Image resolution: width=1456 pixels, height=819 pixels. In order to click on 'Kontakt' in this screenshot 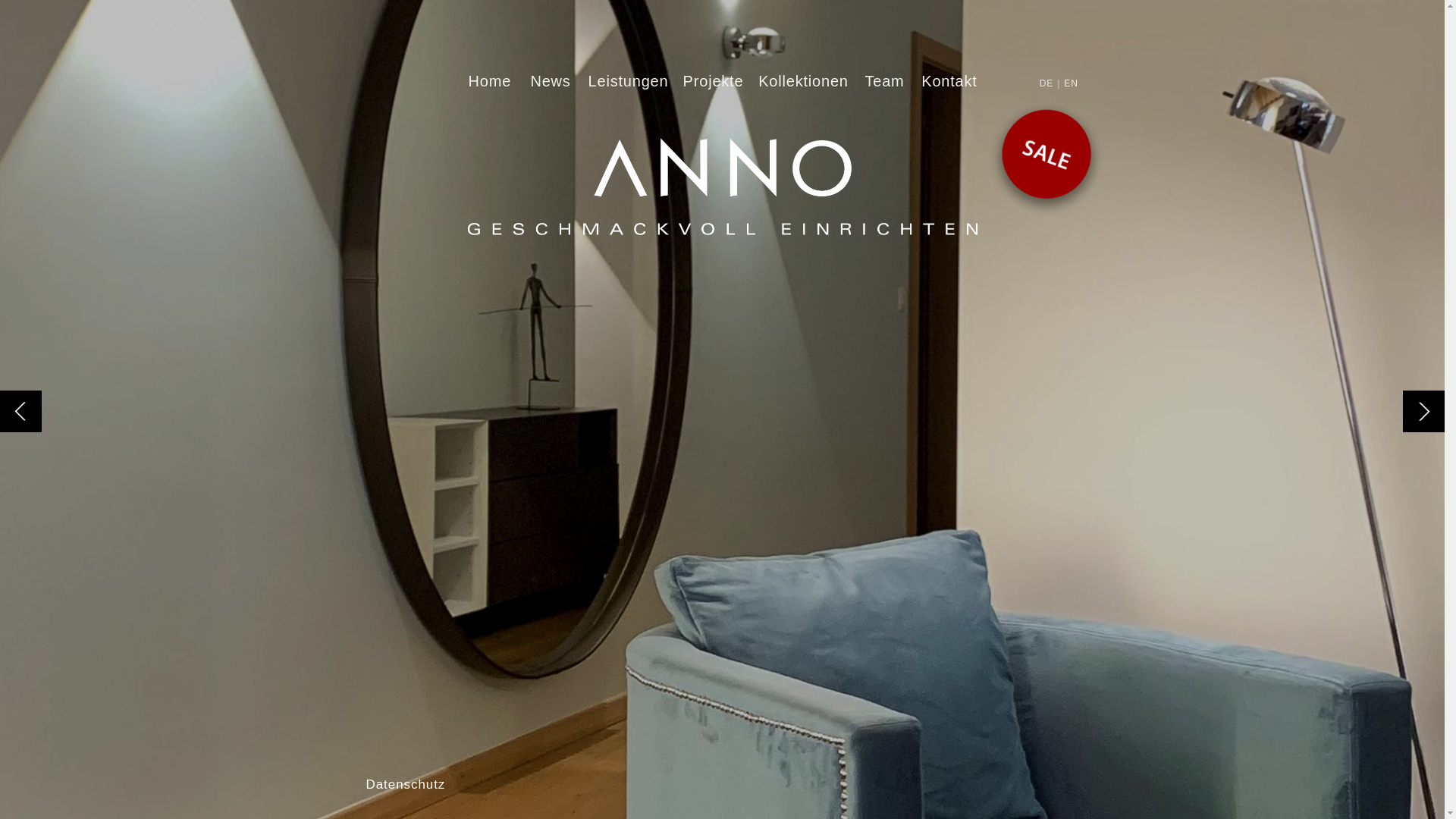, I will do `click(948, 81)`.